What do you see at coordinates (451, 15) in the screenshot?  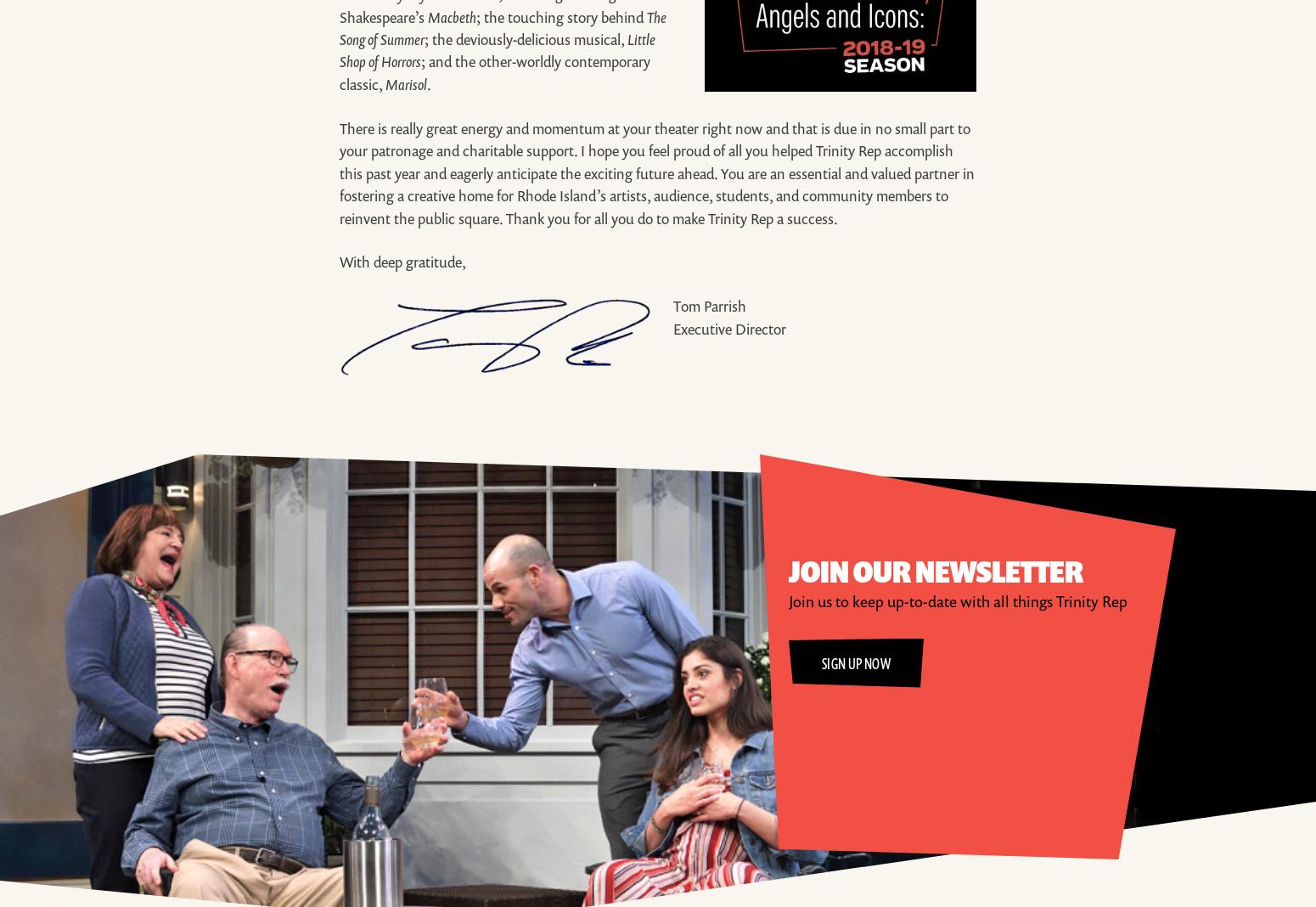 I see `'Macbeth'` at bounding box center [451, 15].